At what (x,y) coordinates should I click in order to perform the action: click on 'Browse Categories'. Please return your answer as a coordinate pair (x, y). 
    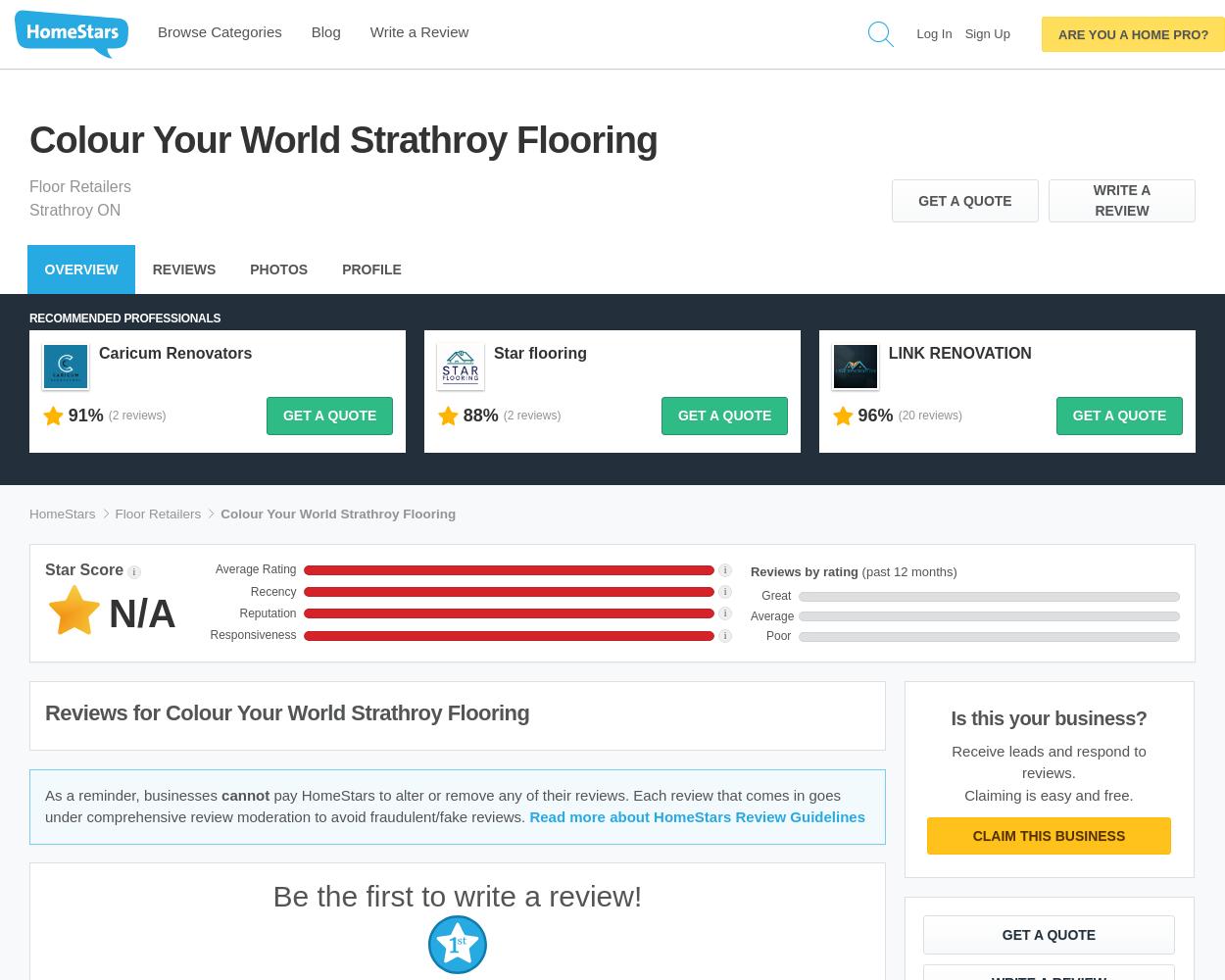
    Looking at the image, I should click on (219, 31).